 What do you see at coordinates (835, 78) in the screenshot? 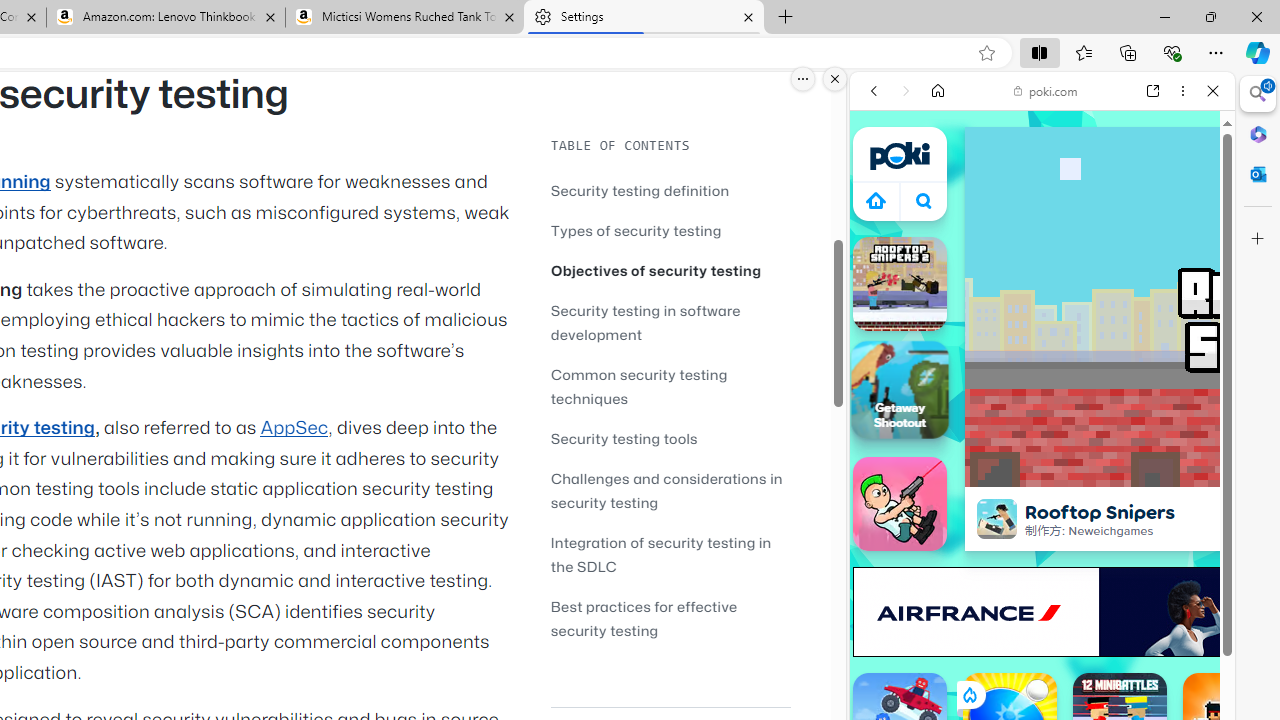
I see `'Close split screen.'` at bounding box center [835, 78].